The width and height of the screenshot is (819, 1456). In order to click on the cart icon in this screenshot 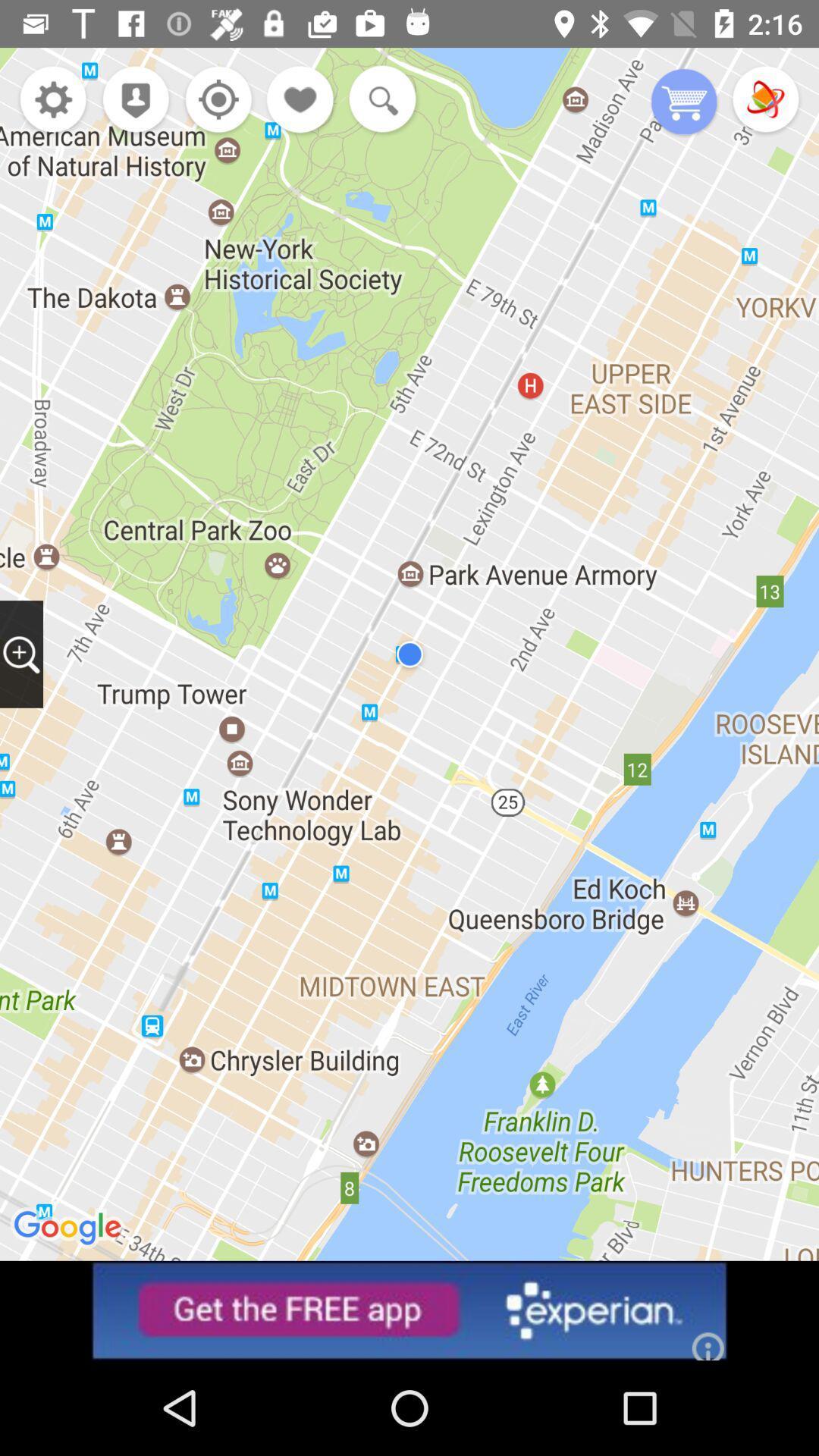, I will do `click(684, 102)`.